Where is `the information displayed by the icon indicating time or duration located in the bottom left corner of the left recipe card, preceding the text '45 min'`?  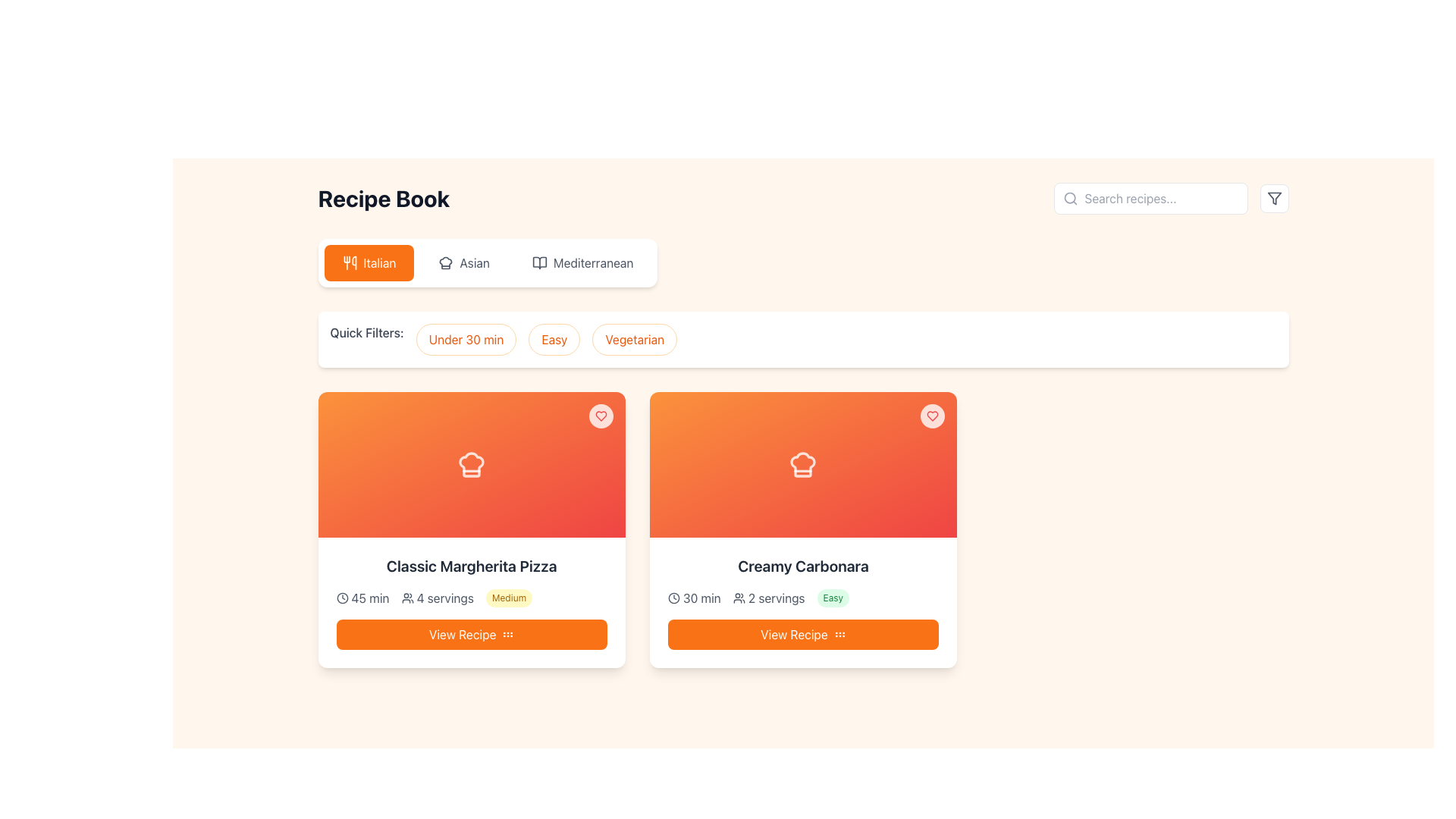
the information displayed by the icon indicating time or duration located in the bottom left corner of the left recipe card, preceding the text '45 min' is located at coordinates (341, 598).